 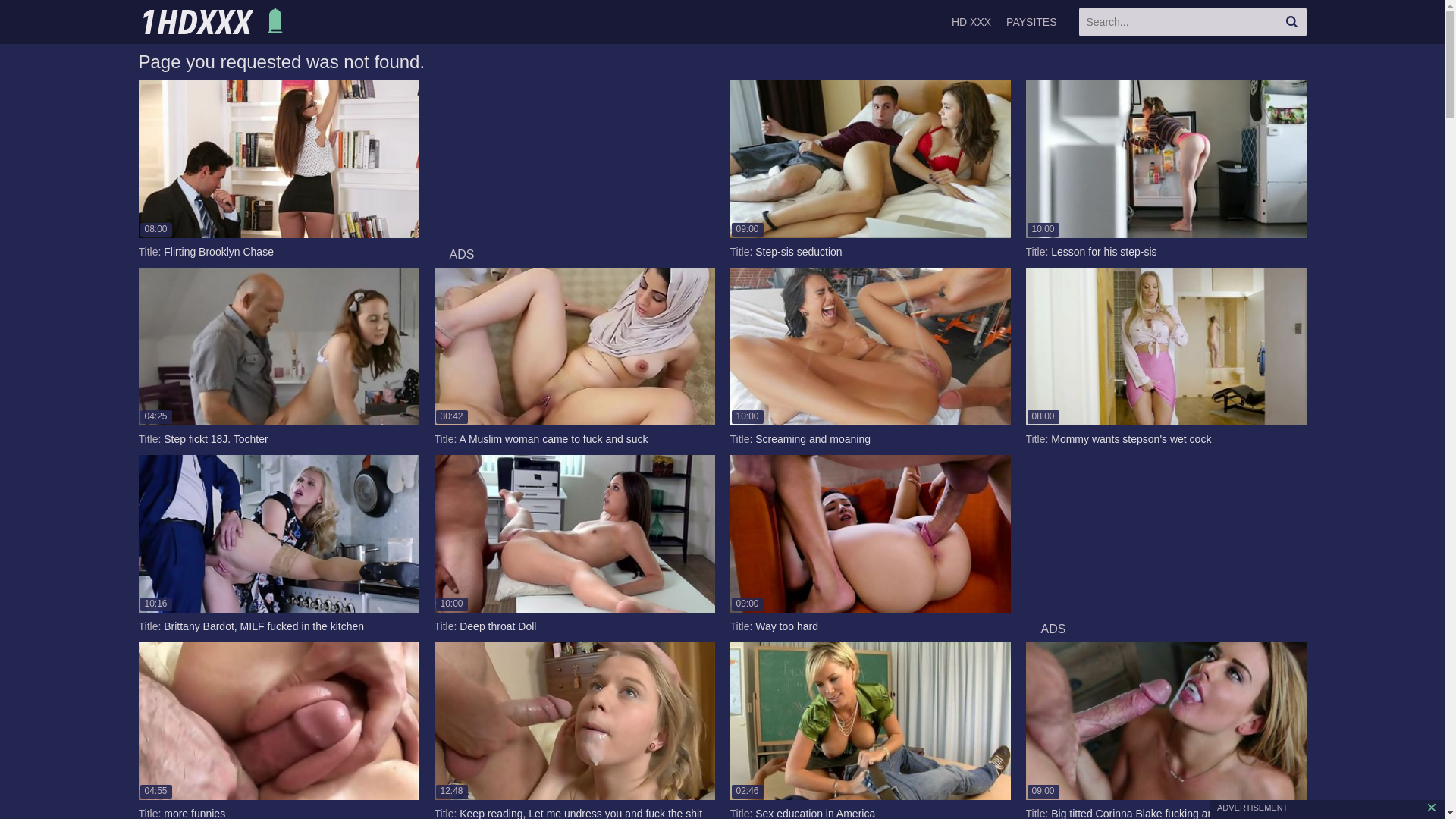 I want to click on 'HD XXX', so click(x=213, y=22).